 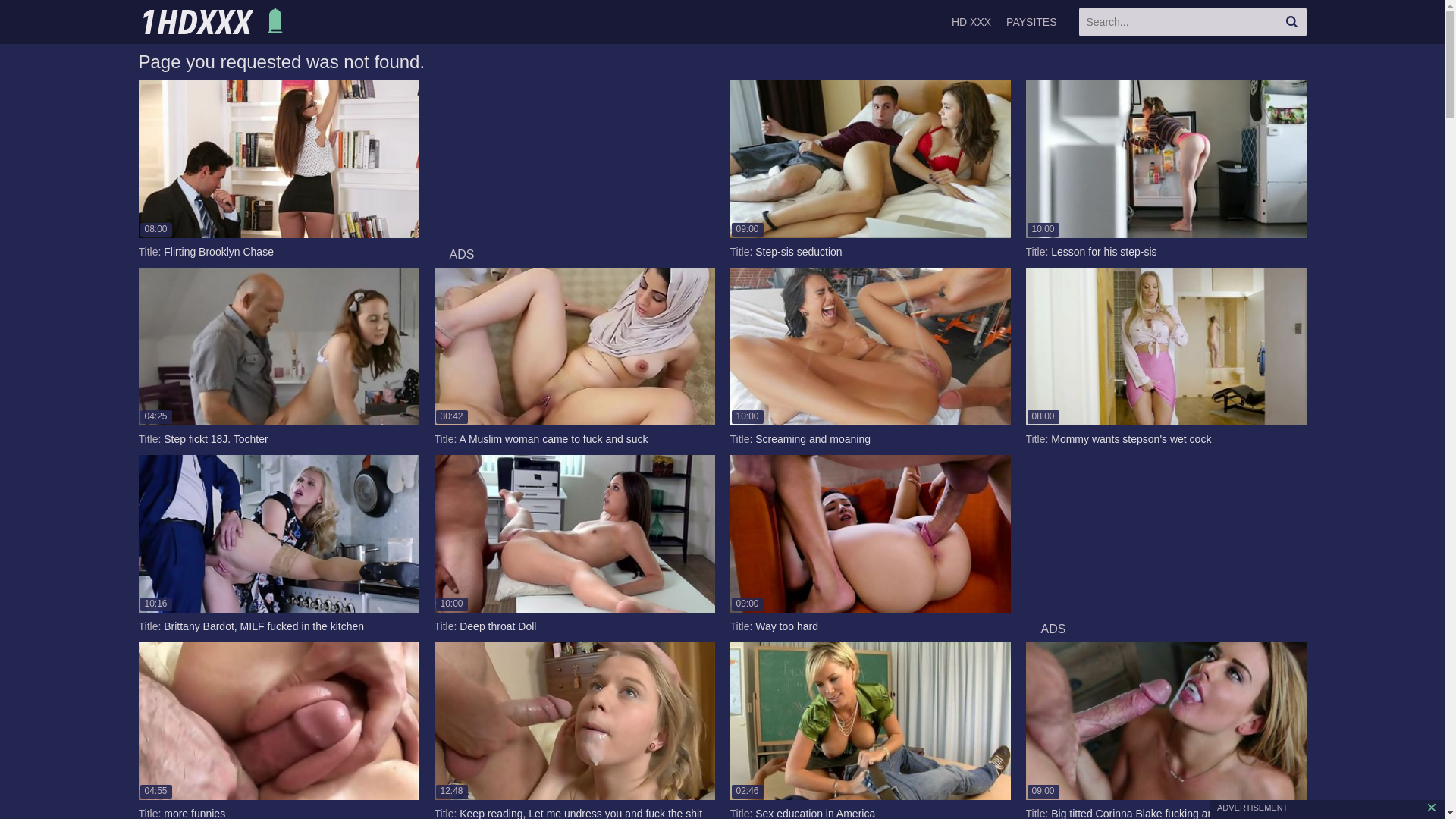 I want to click on 'HD XXX', so click(x=213, y=22).